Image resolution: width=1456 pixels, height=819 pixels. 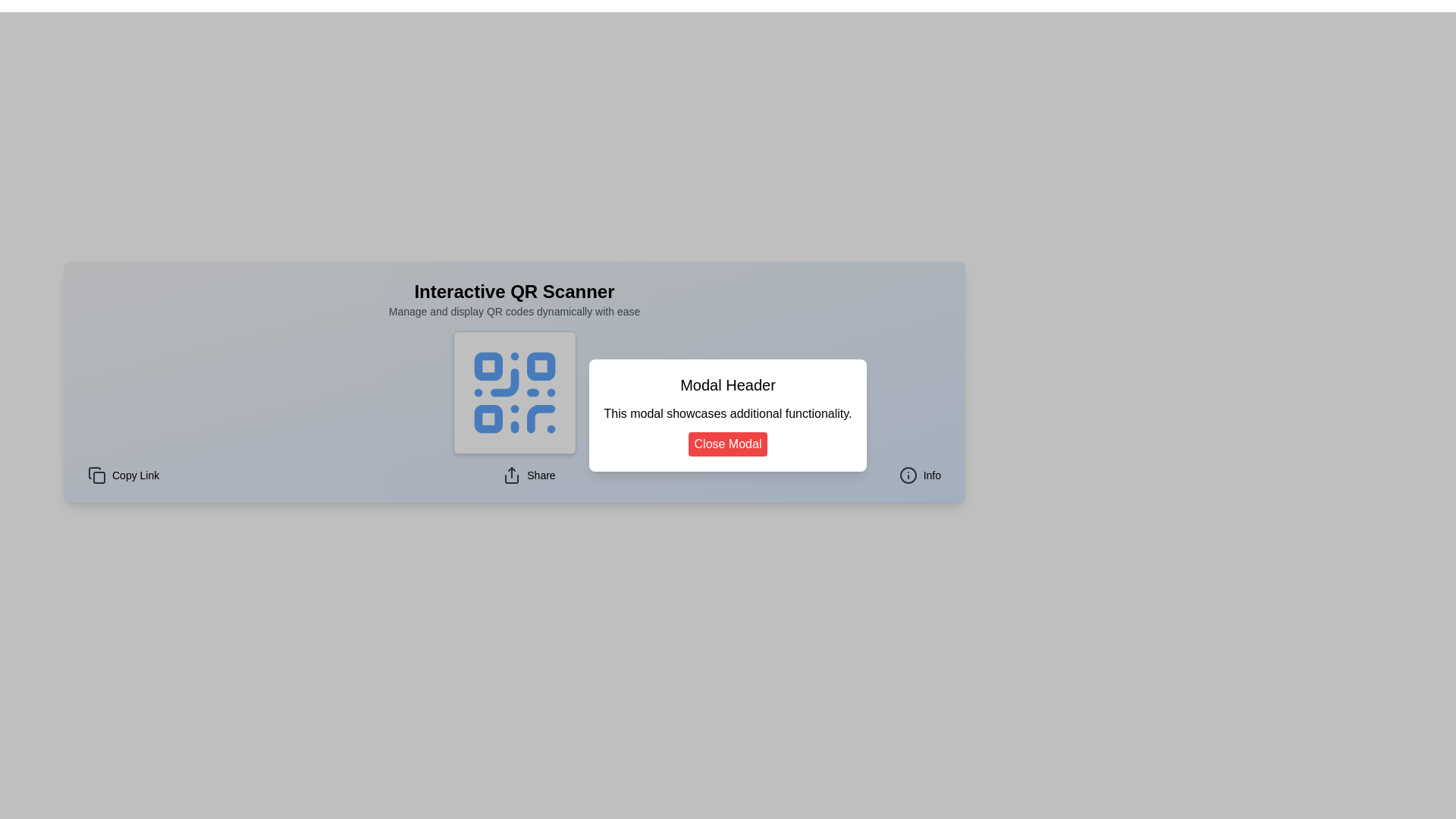 I want to click on the icon resembling overlapping sheets of paper in the bottom-left corner of the interactive section, so click(x=96, y=475).